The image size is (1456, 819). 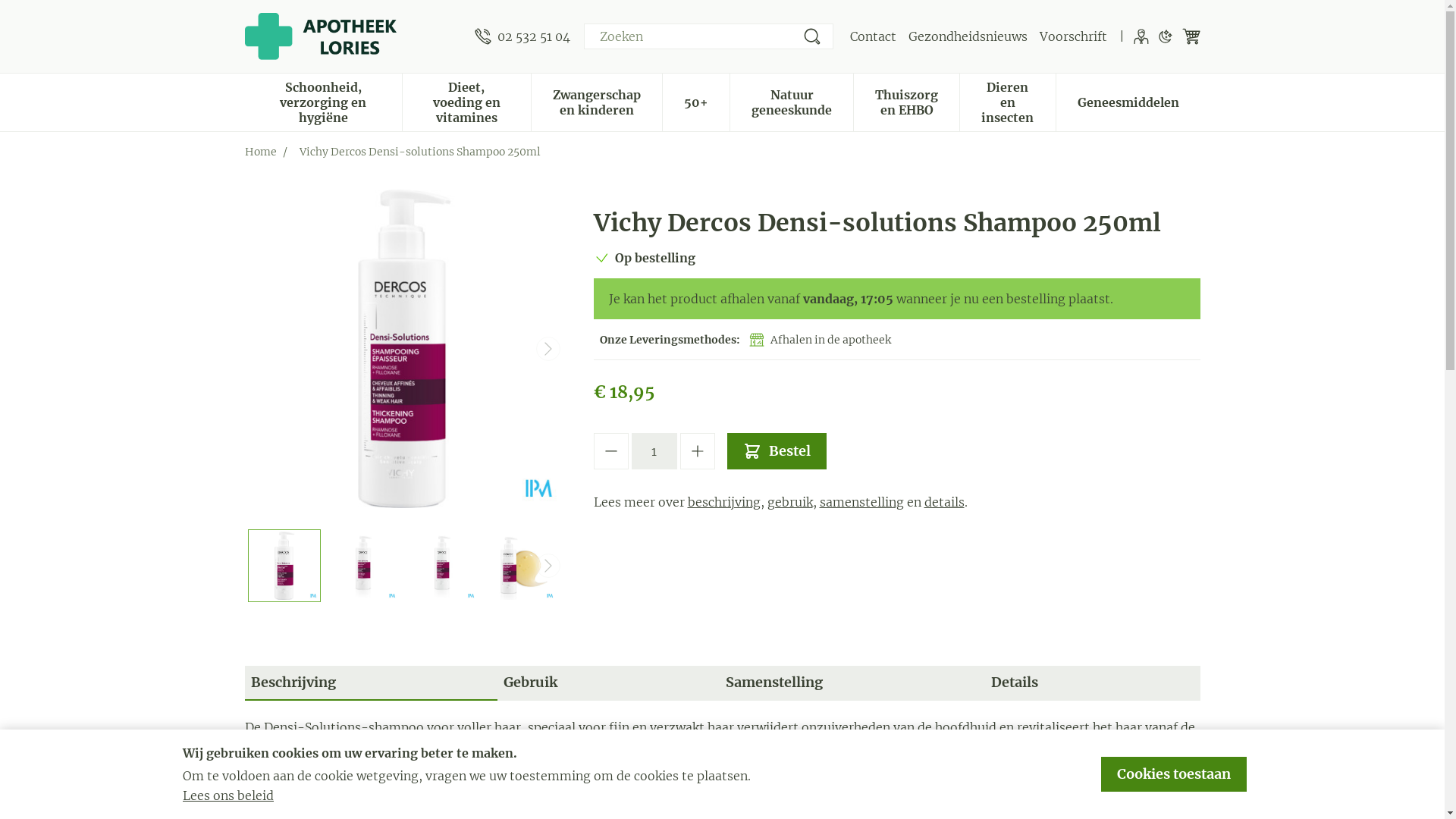 I want to click on '50+', so click(x=695, y=100).